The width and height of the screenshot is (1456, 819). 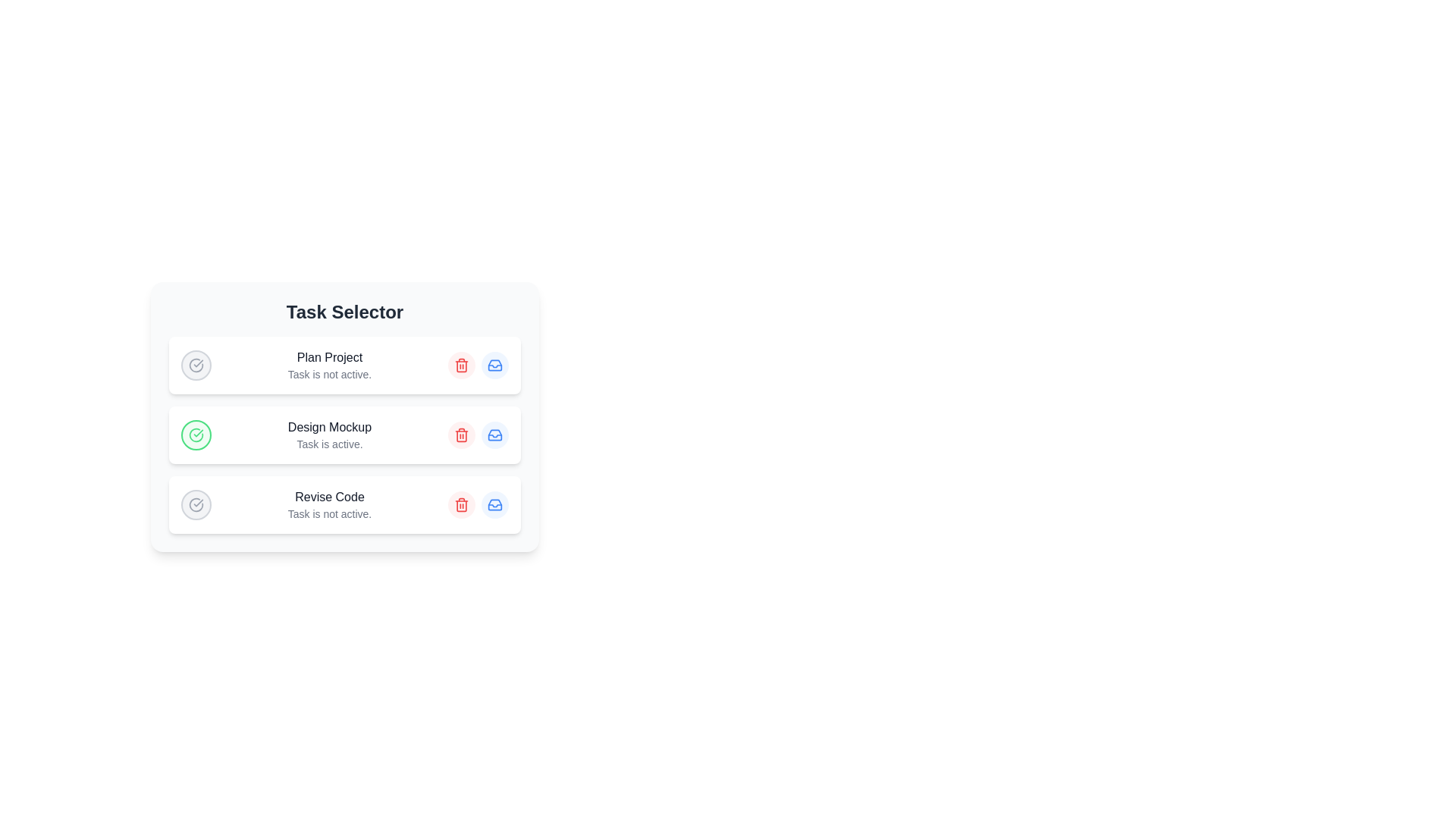 What do you see at coordinates (329, 497) in the screenshot?
I see `the informational text label indicating the name of the task, which is positioned above the text 'Task is not active.' in the third task card under the 'Task Selector' heading` at bounding box center [329, 497].